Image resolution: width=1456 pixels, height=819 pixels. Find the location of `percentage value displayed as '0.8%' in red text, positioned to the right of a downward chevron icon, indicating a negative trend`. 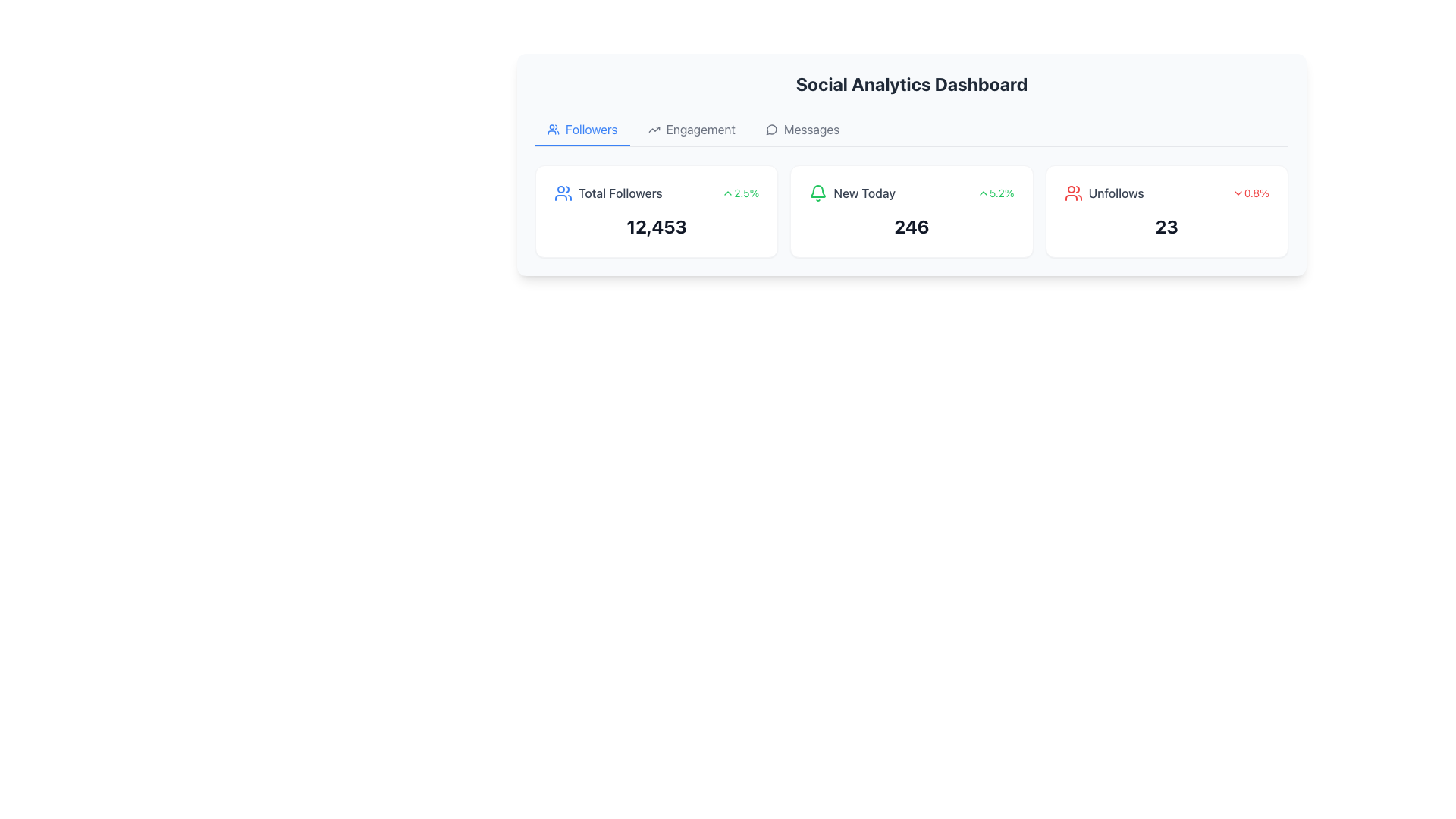

percentage value displayed as '0.8%' in red text, positioned to the right of a downward chevron icon, indicating a negative trend is located at coordinates (1257, 192).